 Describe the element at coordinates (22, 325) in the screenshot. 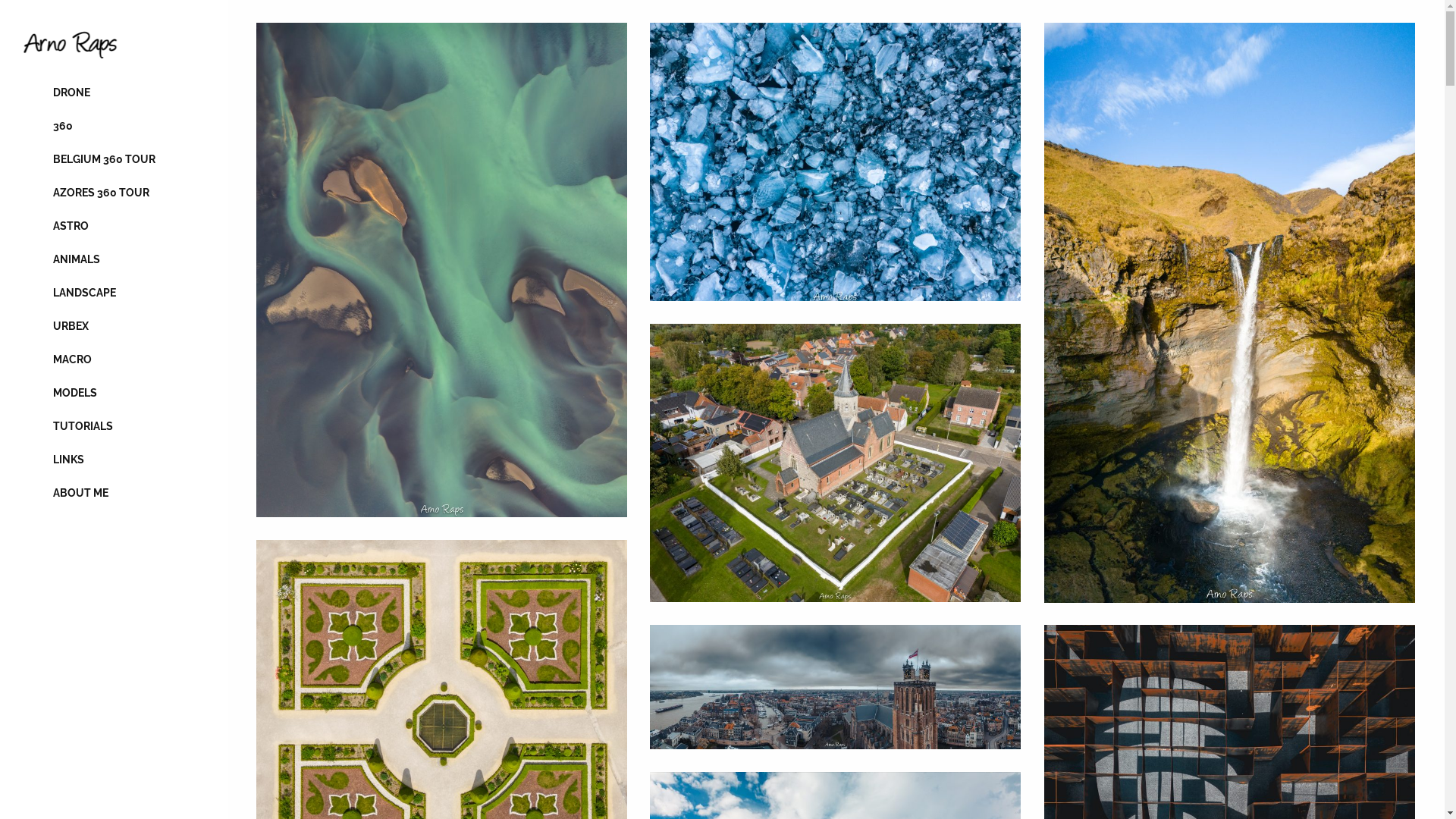

I see `'URBEX'` at that location.